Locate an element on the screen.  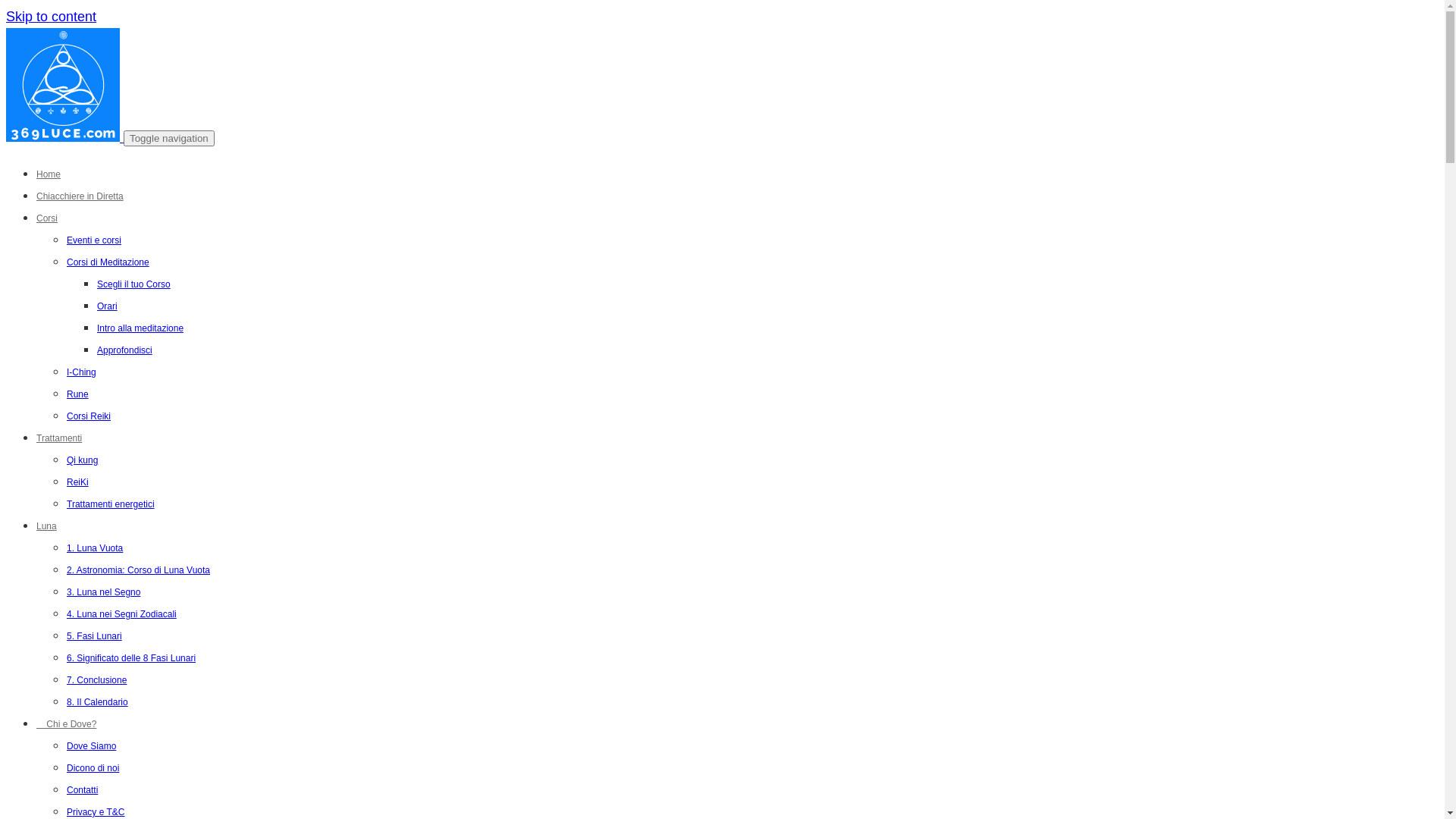
'4. Luna nei Segni Zodiacali' is located at coordinates (121, 614).